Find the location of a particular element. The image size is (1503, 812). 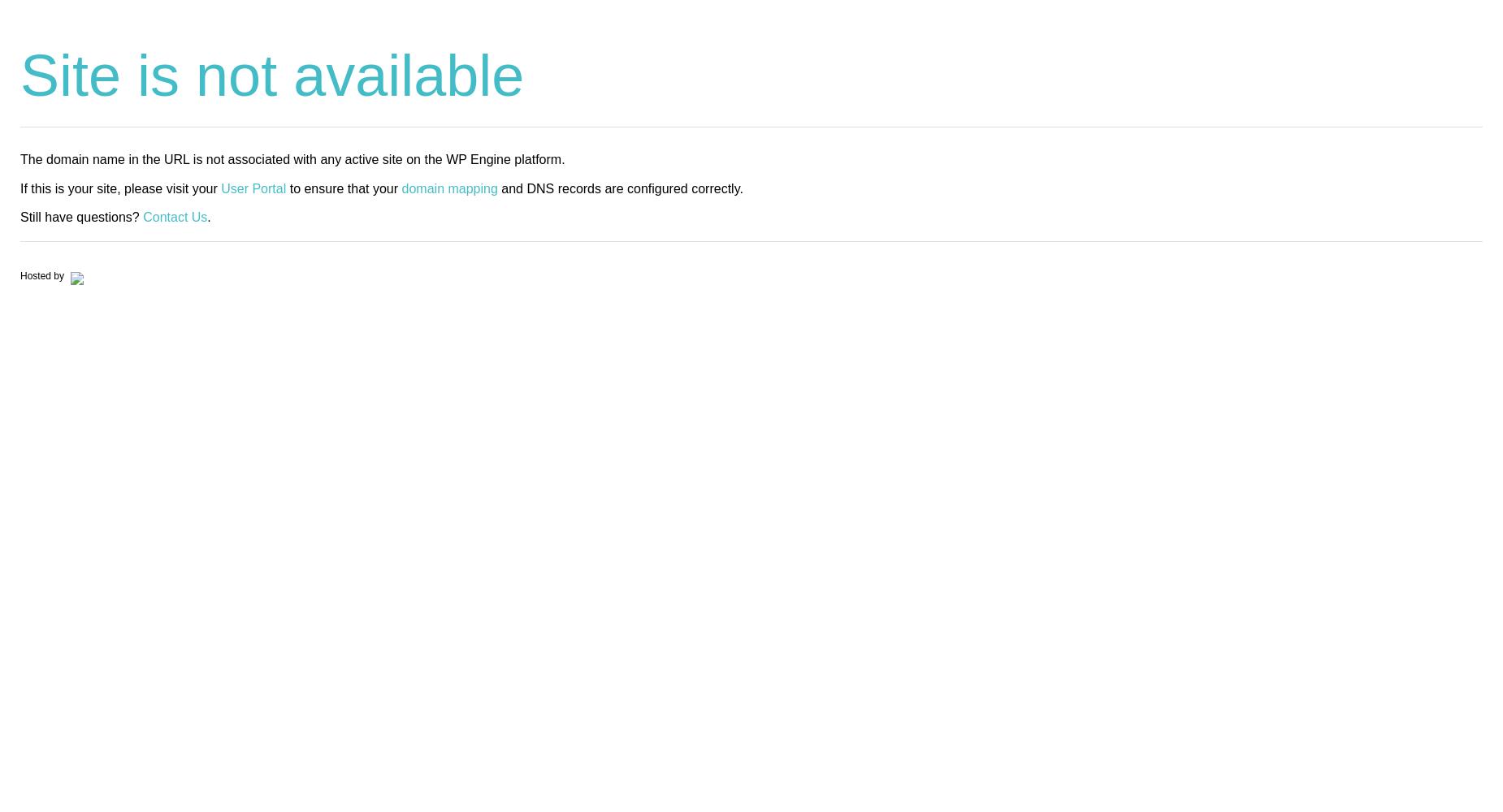

'The domain name in the URL is not associated with any active site on the WP Engine platform.' is located at coordinates (292, 158).